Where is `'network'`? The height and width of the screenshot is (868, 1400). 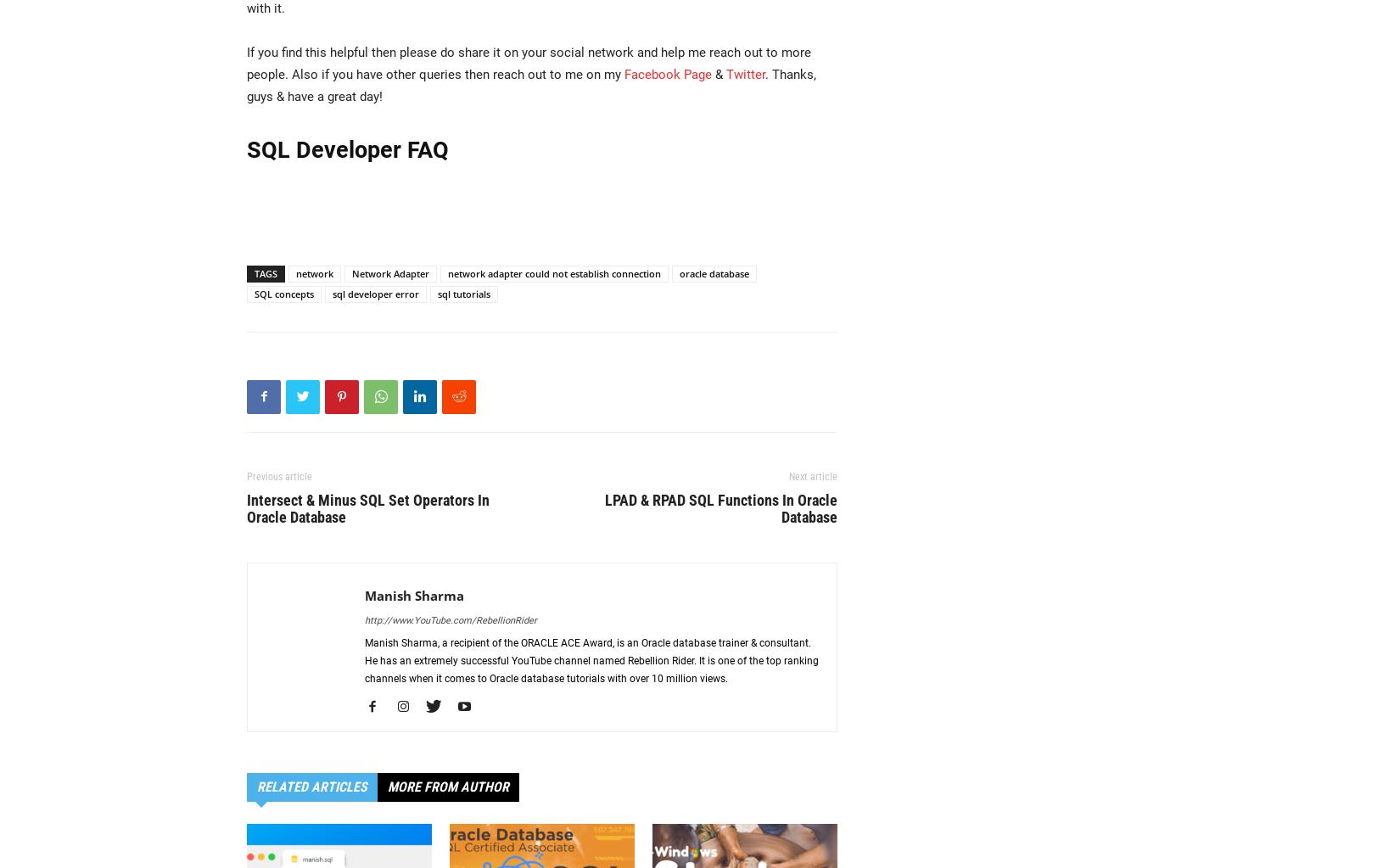
'network' is located at coordinates (314, 272).